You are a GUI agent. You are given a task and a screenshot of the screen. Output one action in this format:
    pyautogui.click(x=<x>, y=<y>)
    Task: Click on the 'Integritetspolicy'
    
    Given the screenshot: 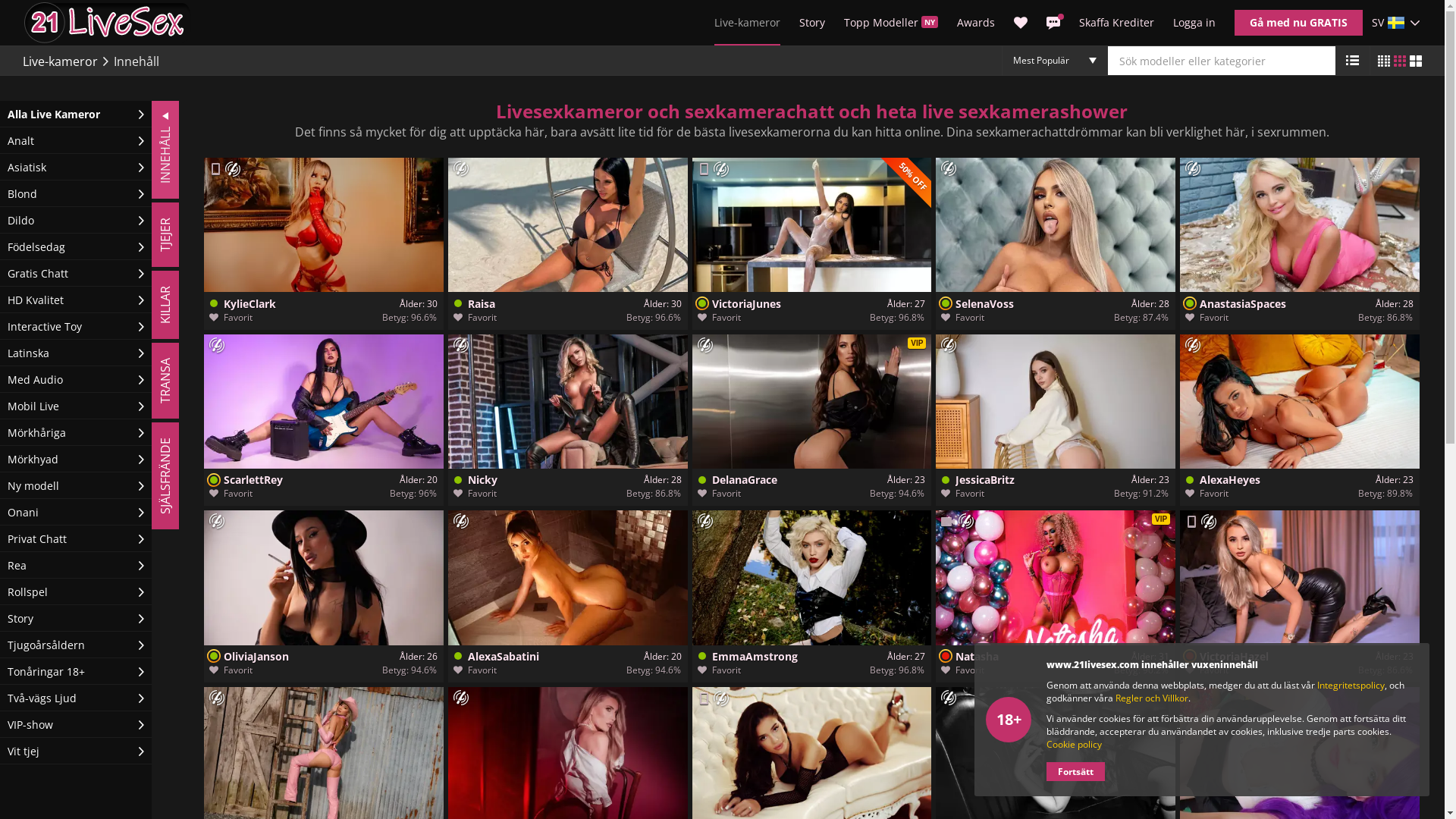 What is the action you would take?
    pyautogui.click(x=1351, y=685)
    